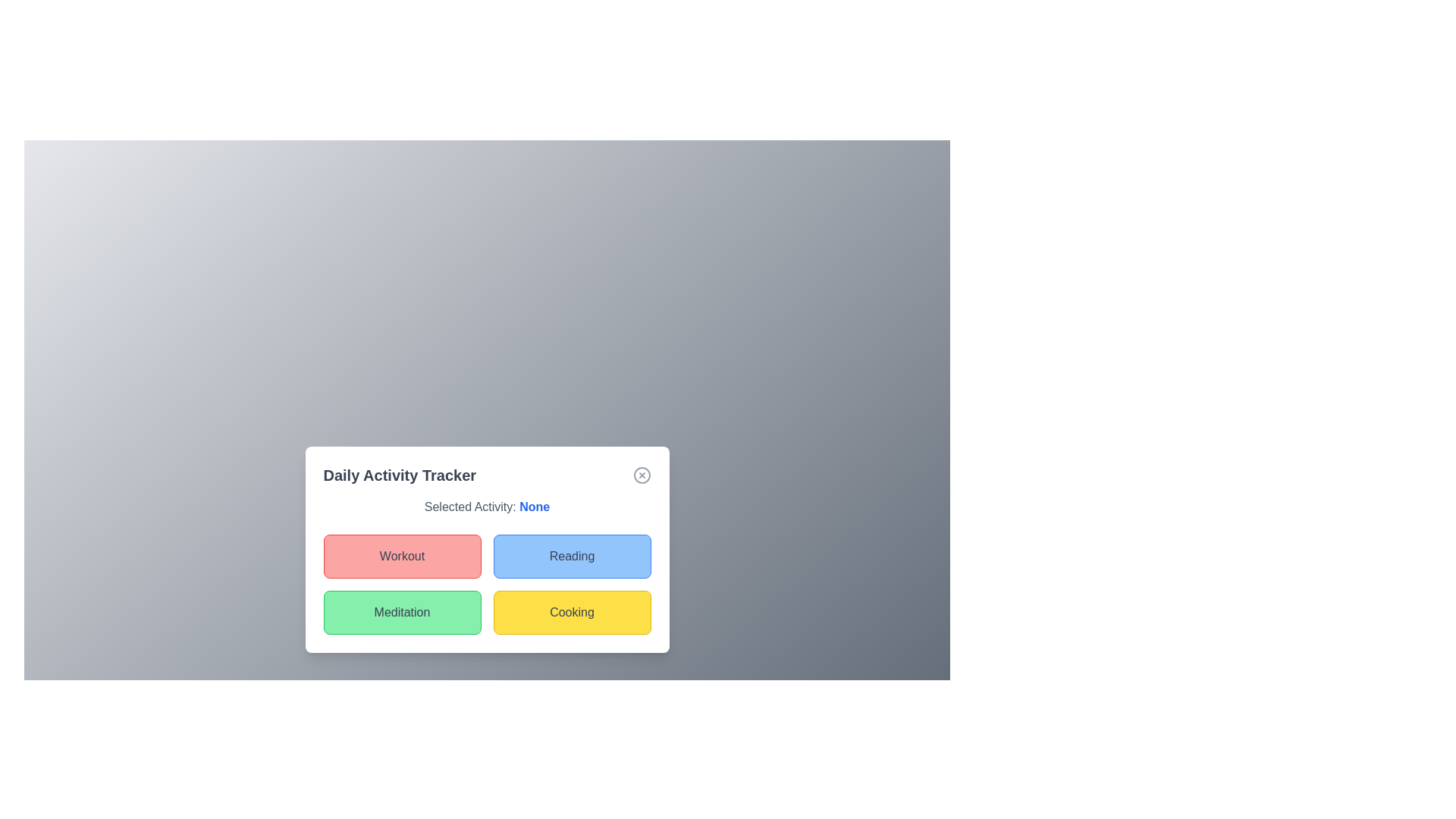 The image size is (1456, 819). I want to click on the activity Cooking by clicking on the respective button, so click(571, 611).